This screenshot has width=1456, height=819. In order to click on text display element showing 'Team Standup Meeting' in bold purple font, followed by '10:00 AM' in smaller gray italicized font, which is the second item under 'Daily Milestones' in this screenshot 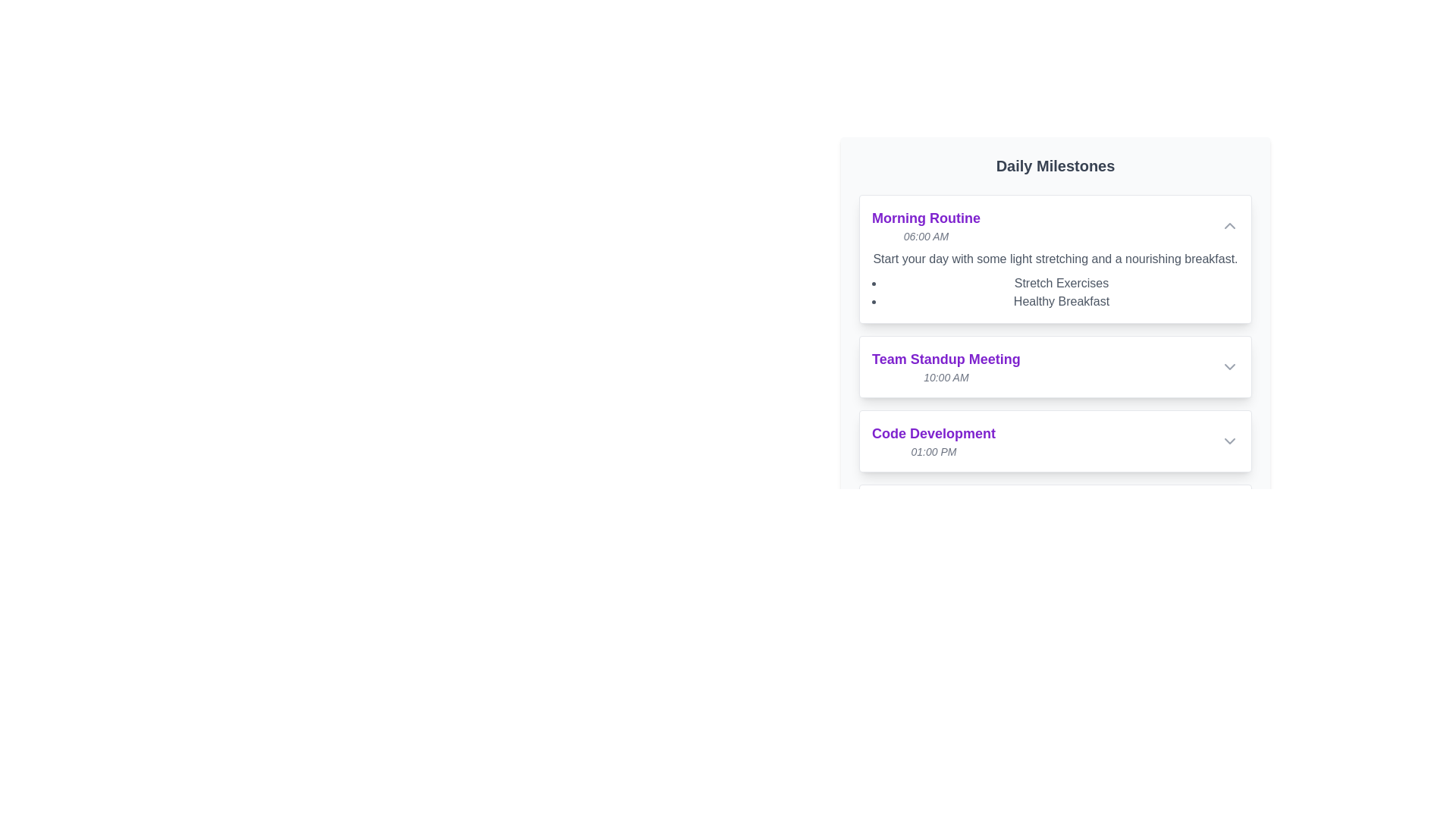, I will do `click(945, 366)`.